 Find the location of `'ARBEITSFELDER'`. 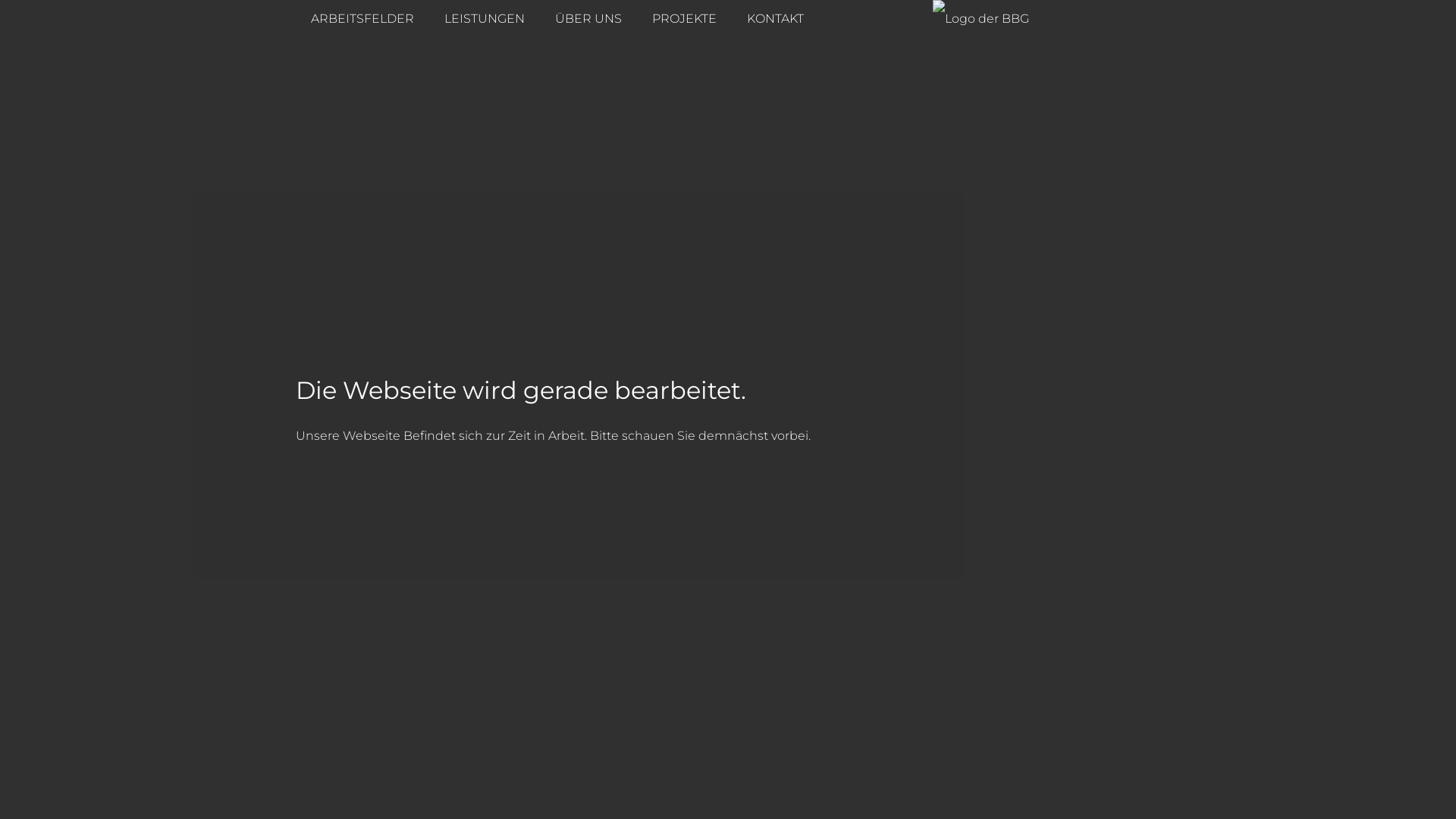

'ARBEITSFELDER' is located at coordinates (362, 18).